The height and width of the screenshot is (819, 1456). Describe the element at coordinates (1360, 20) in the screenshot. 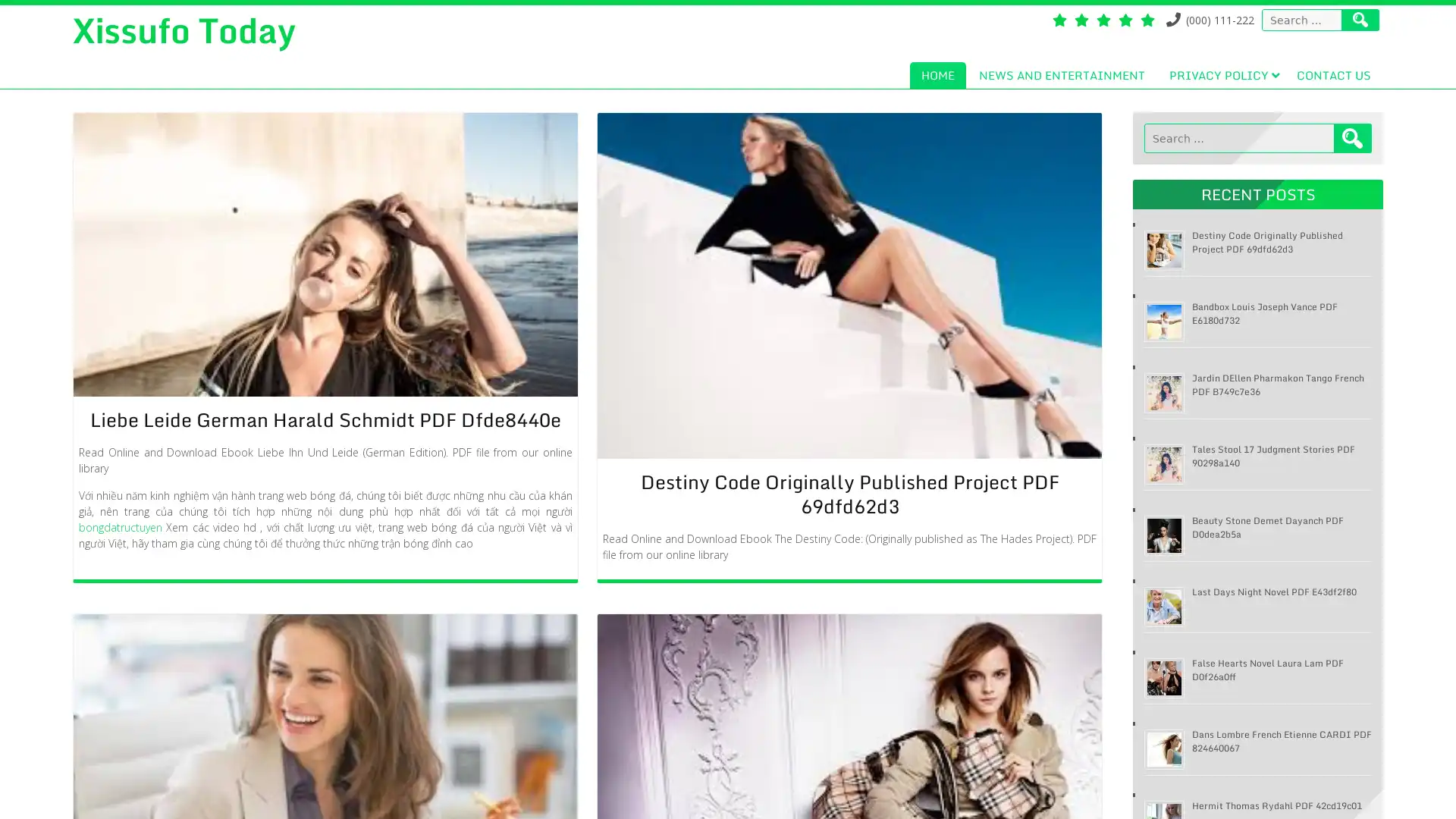

I see `Search` at that location.